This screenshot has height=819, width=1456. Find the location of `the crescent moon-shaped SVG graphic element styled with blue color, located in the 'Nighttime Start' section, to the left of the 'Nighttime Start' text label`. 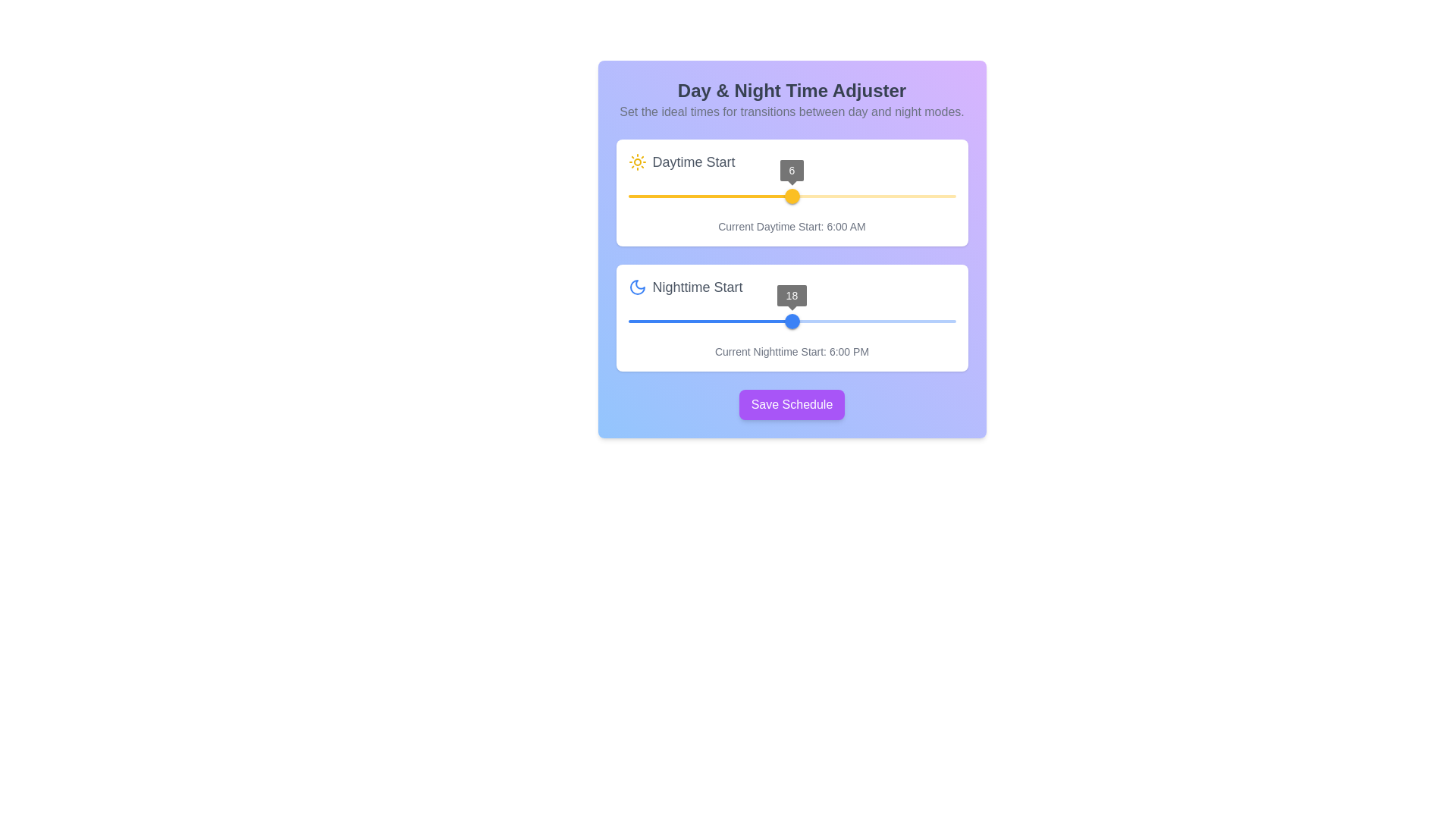

the crescent moon-shaped SVG graphic element styled with blue color, located in the 'Nighttime Start' section, to the left of the 'Nighttime Start' text label is located at coordinates (637, 287).